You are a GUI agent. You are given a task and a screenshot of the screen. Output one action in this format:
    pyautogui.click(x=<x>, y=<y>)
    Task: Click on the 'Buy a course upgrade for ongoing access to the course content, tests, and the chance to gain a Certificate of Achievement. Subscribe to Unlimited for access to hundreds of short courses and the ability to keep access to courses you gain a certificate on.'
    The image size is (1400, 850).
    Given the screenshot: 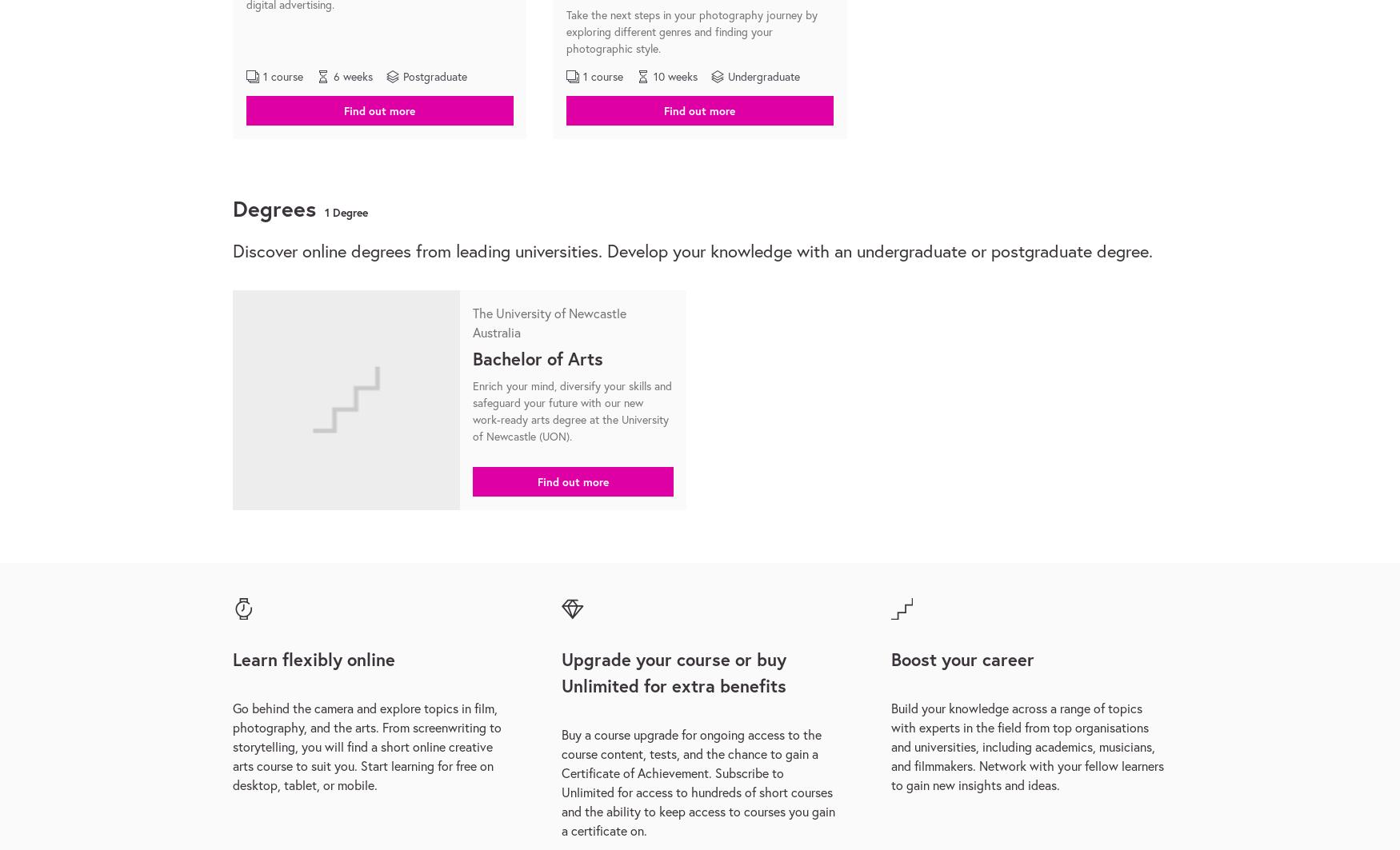 What is the action you would take?
    pyautogui.click(x=698, y=781)
    